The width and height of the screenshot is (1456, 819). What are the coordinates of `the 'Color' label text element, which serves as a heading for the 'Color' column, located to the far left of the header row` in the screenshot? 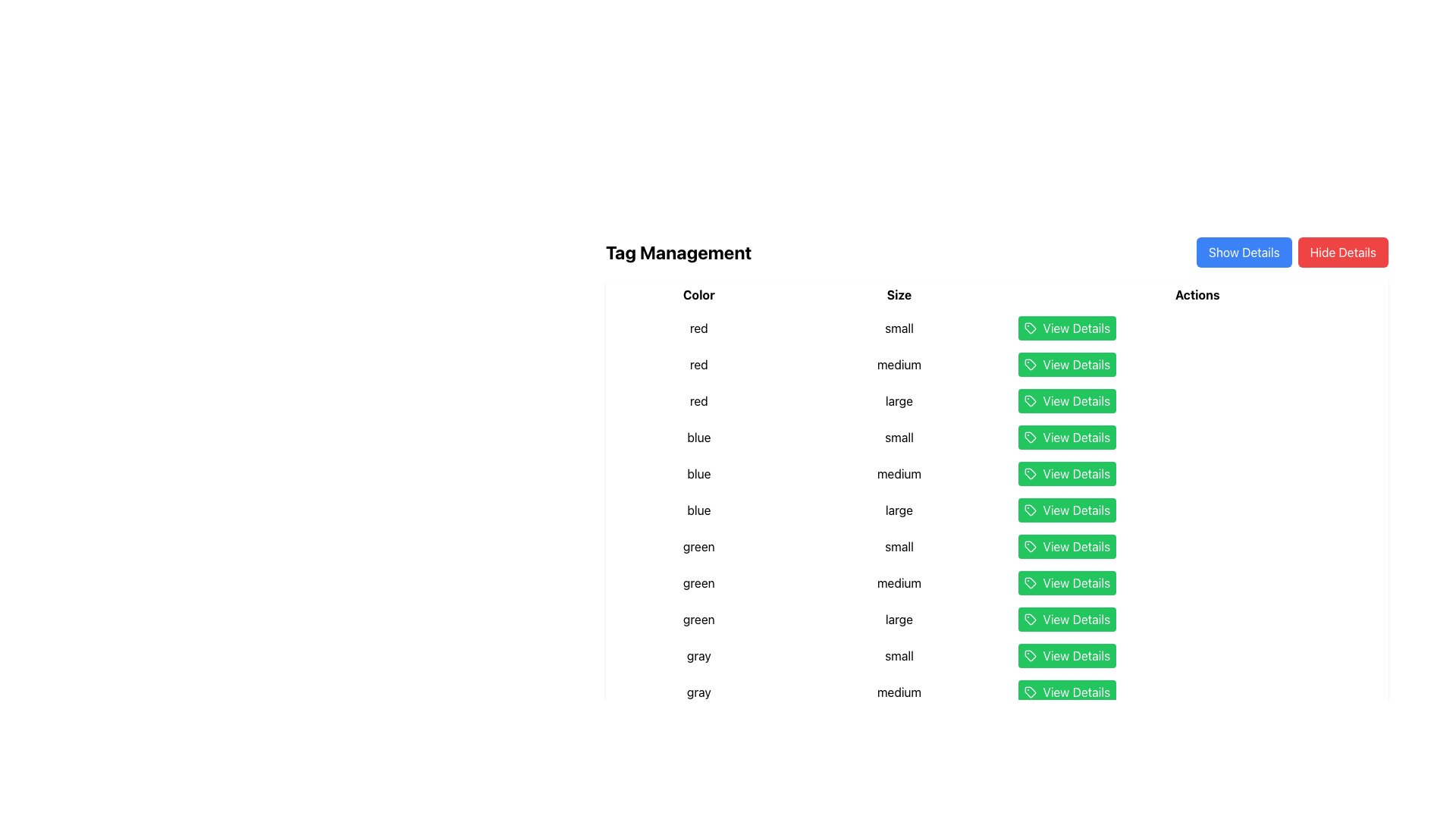 It's located at (698, 295).